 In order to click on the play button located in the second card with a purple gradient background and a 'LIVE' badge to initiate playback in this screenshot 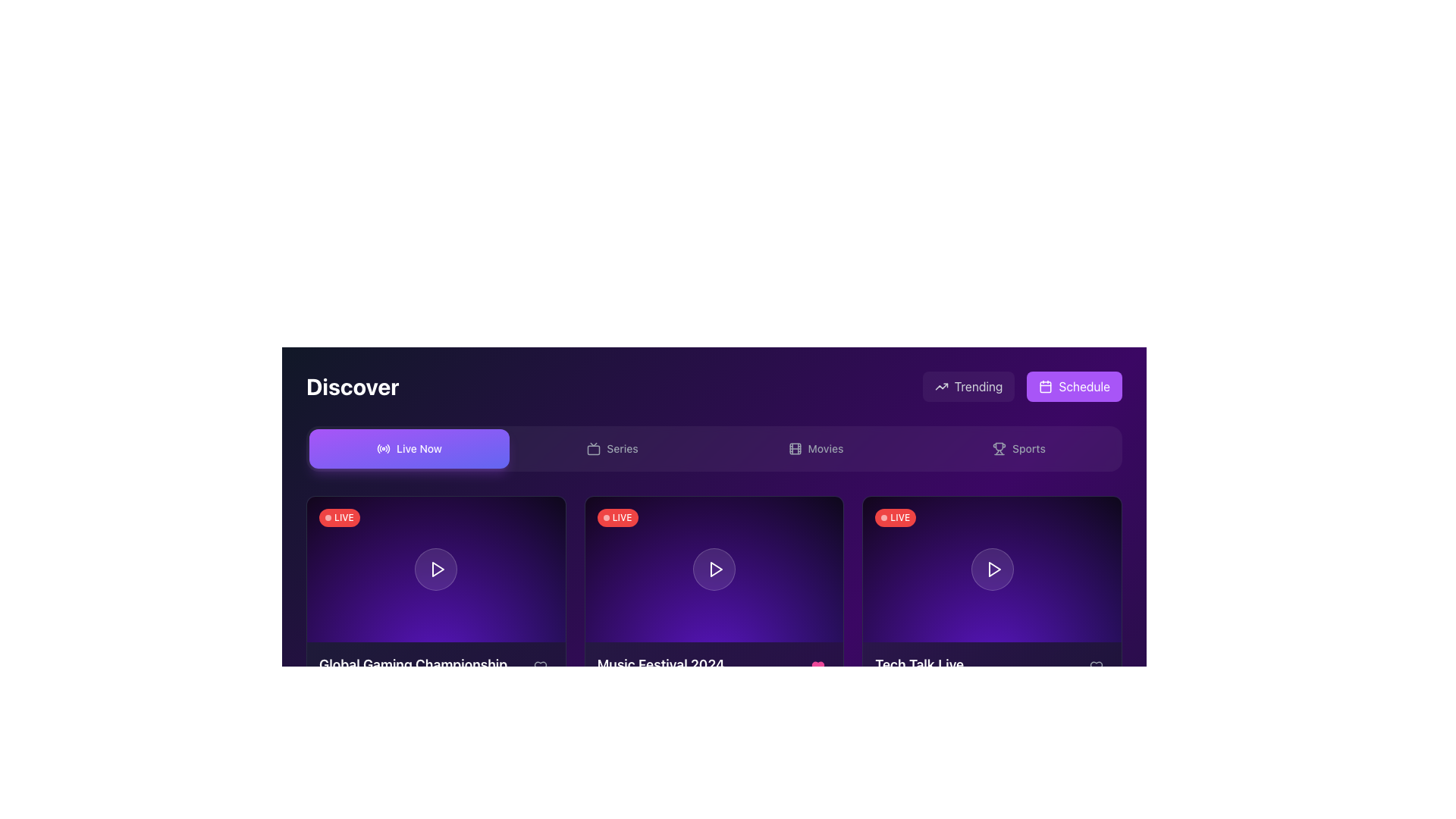, I will do `click(713, 569)`.